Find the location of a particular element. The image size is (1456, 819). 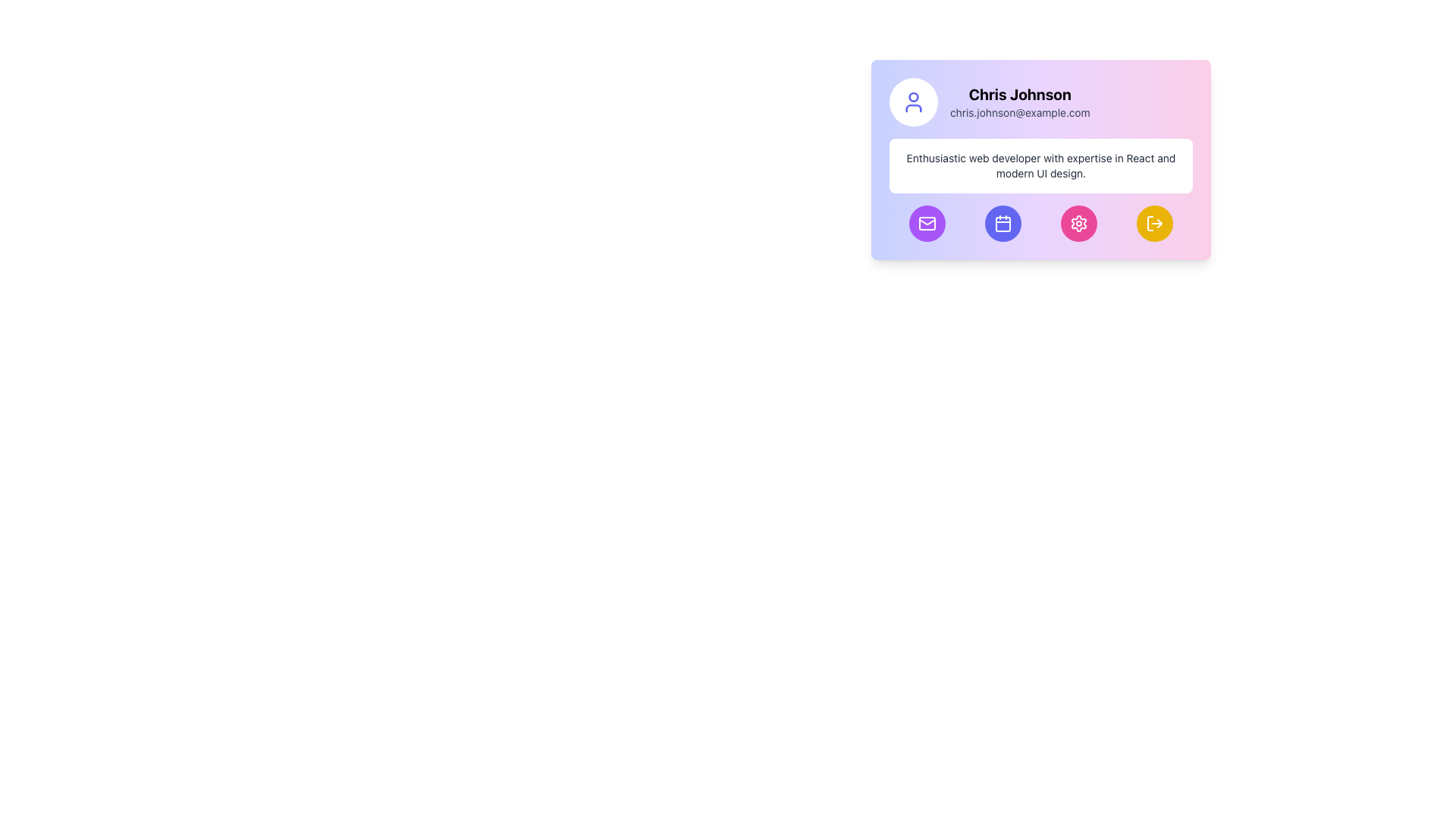

the fourth circular button with a pink background and a white settings icon is located at coordinates (1078, 223).